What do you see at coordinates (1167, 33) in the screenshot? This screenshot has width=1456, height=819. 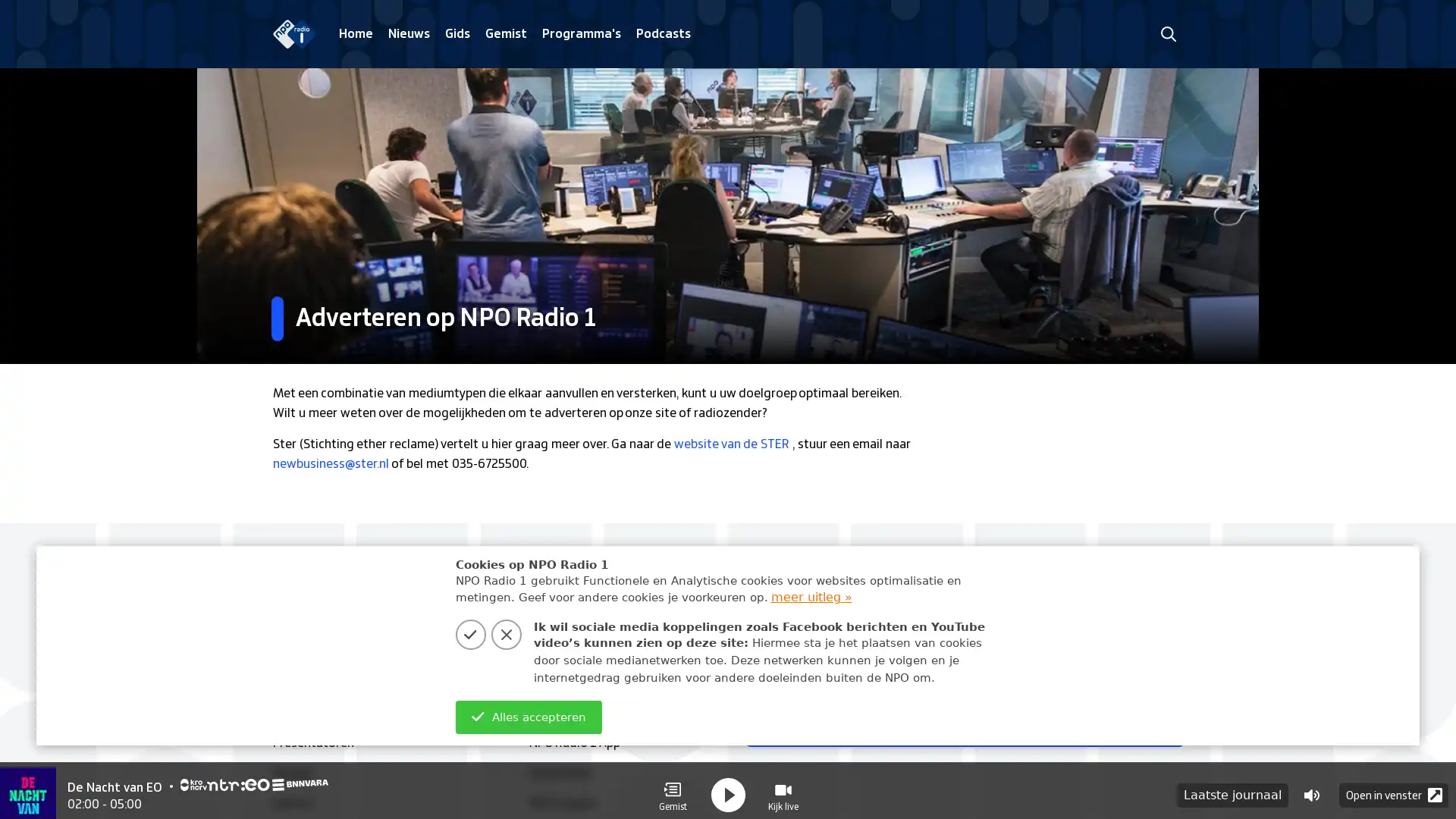 I see `zoeken` at bounding box center [1167, 33].